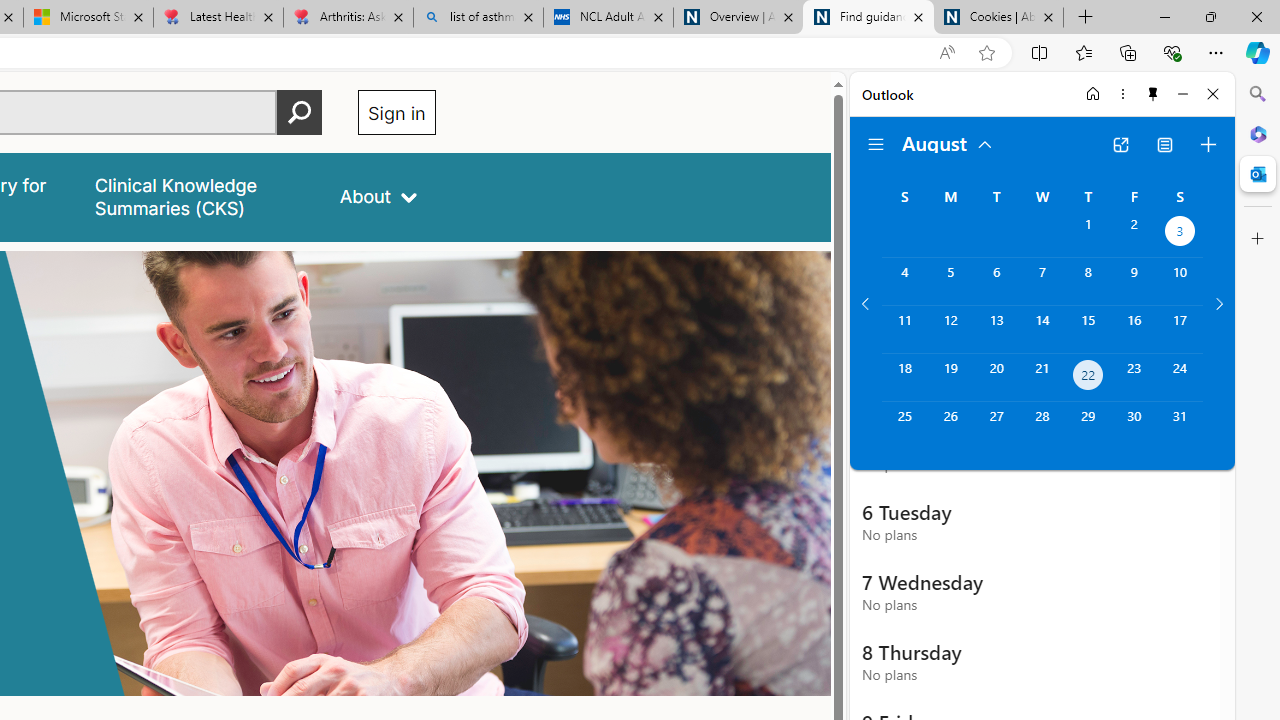  I want to click on 'Saturday, August 10, 2024. ', so click(1180, 281).